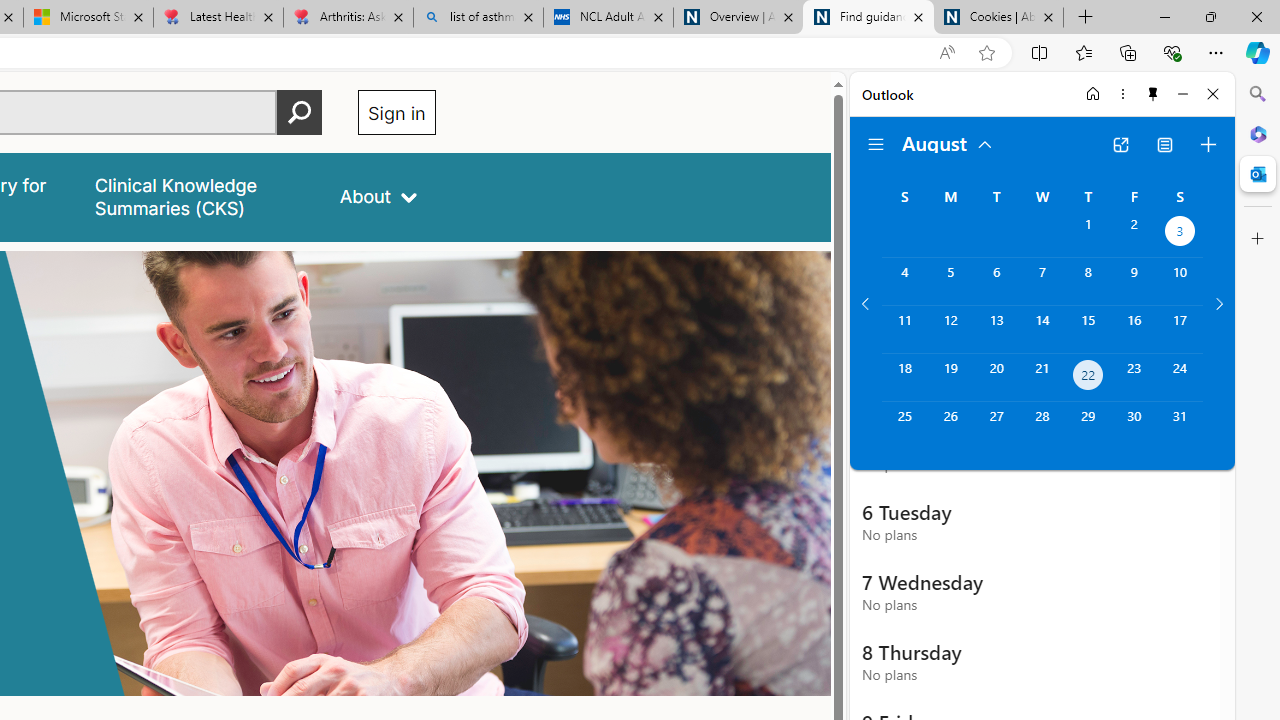  I want to click on 'Saturday, August 10, 2024. ', so click(1180, 281).